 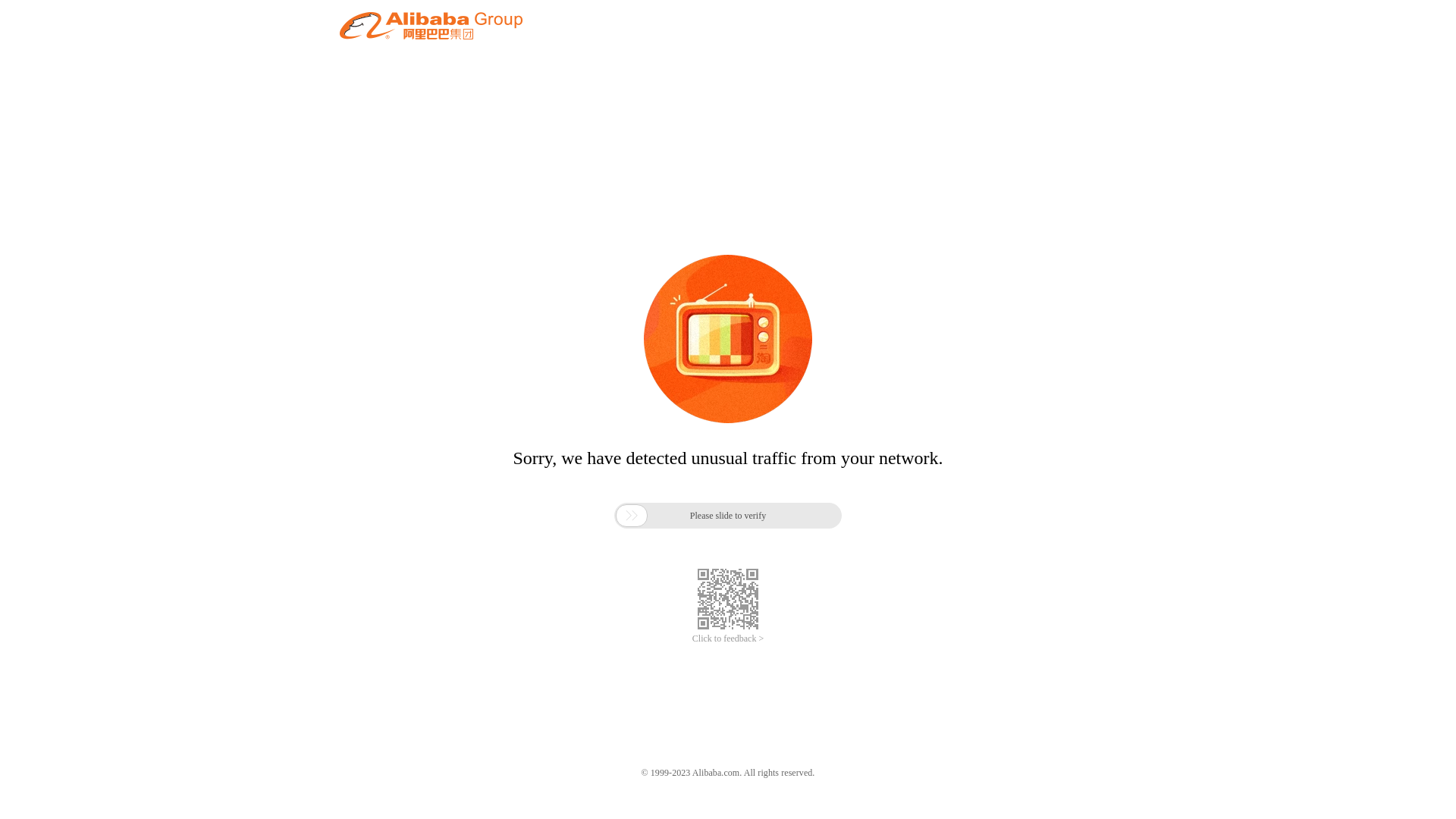 I want to click on 'Click to feedback >', so click(x=728, y=639).